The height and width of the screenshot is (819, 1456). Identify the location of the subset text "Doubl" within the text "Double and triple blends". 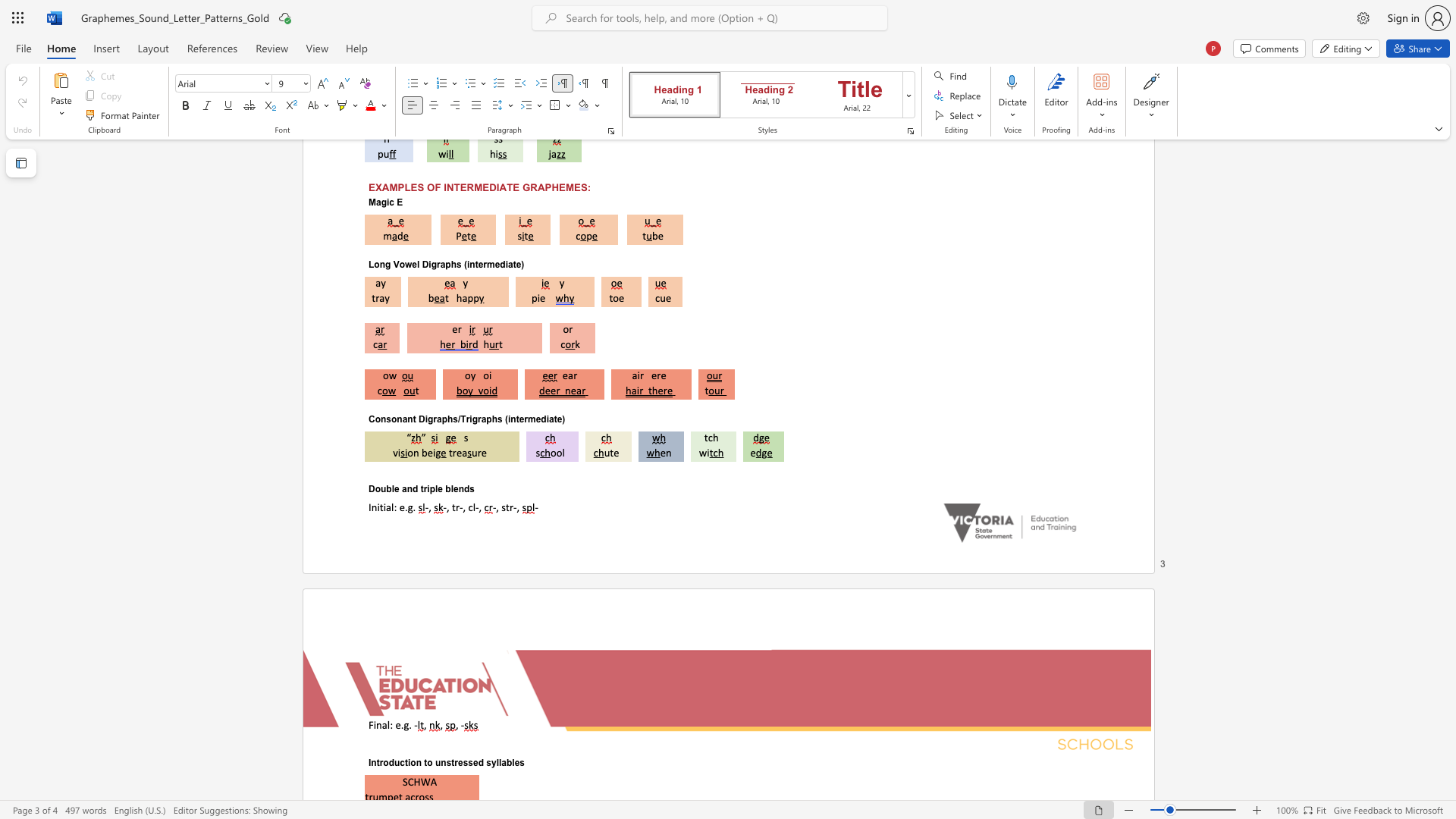
(368, 488).